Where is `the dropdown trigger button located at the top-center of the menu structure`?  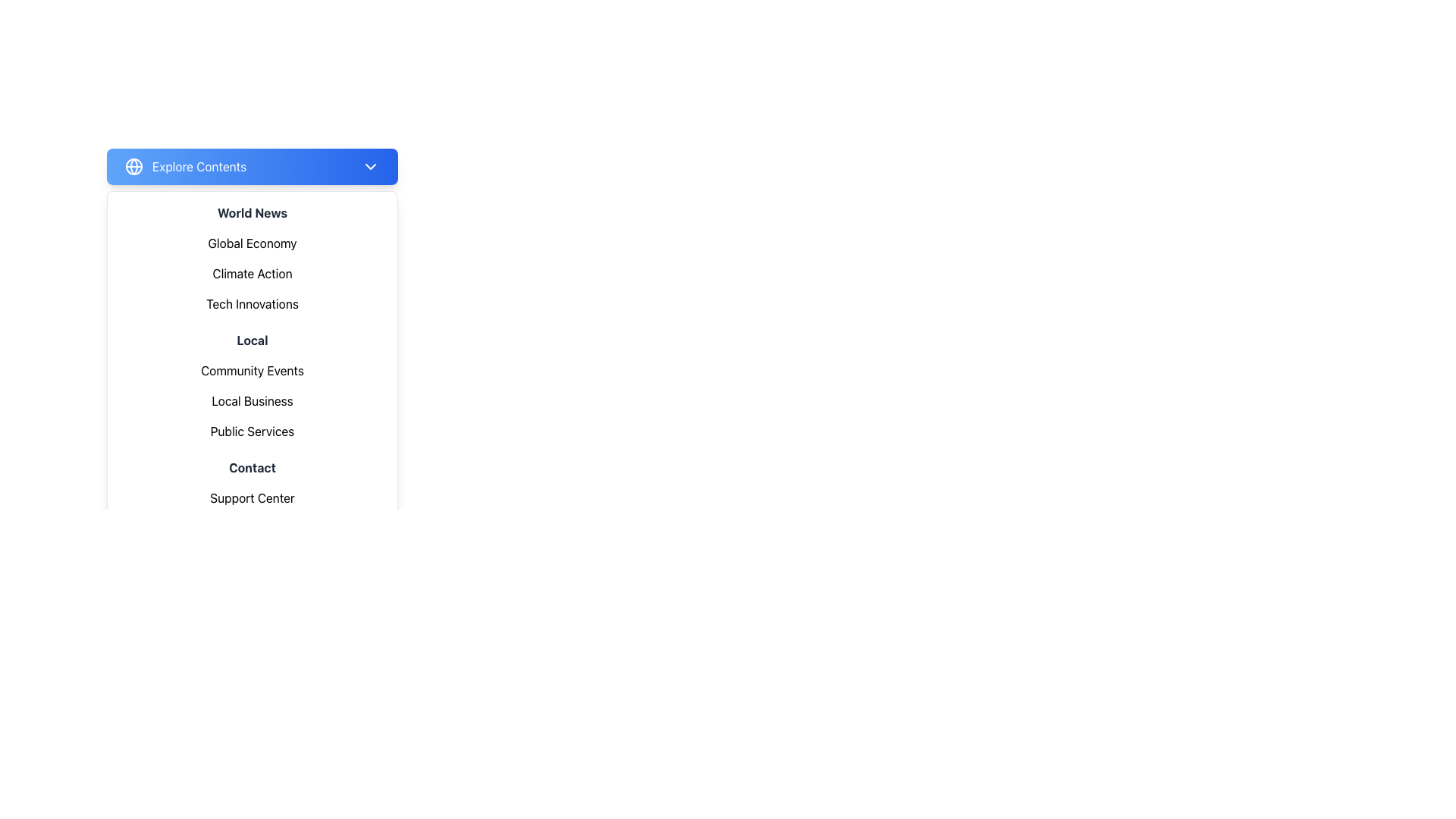
the dropdown trigger button located at the top-center of the menu structure is located at coordinates (252, 166).